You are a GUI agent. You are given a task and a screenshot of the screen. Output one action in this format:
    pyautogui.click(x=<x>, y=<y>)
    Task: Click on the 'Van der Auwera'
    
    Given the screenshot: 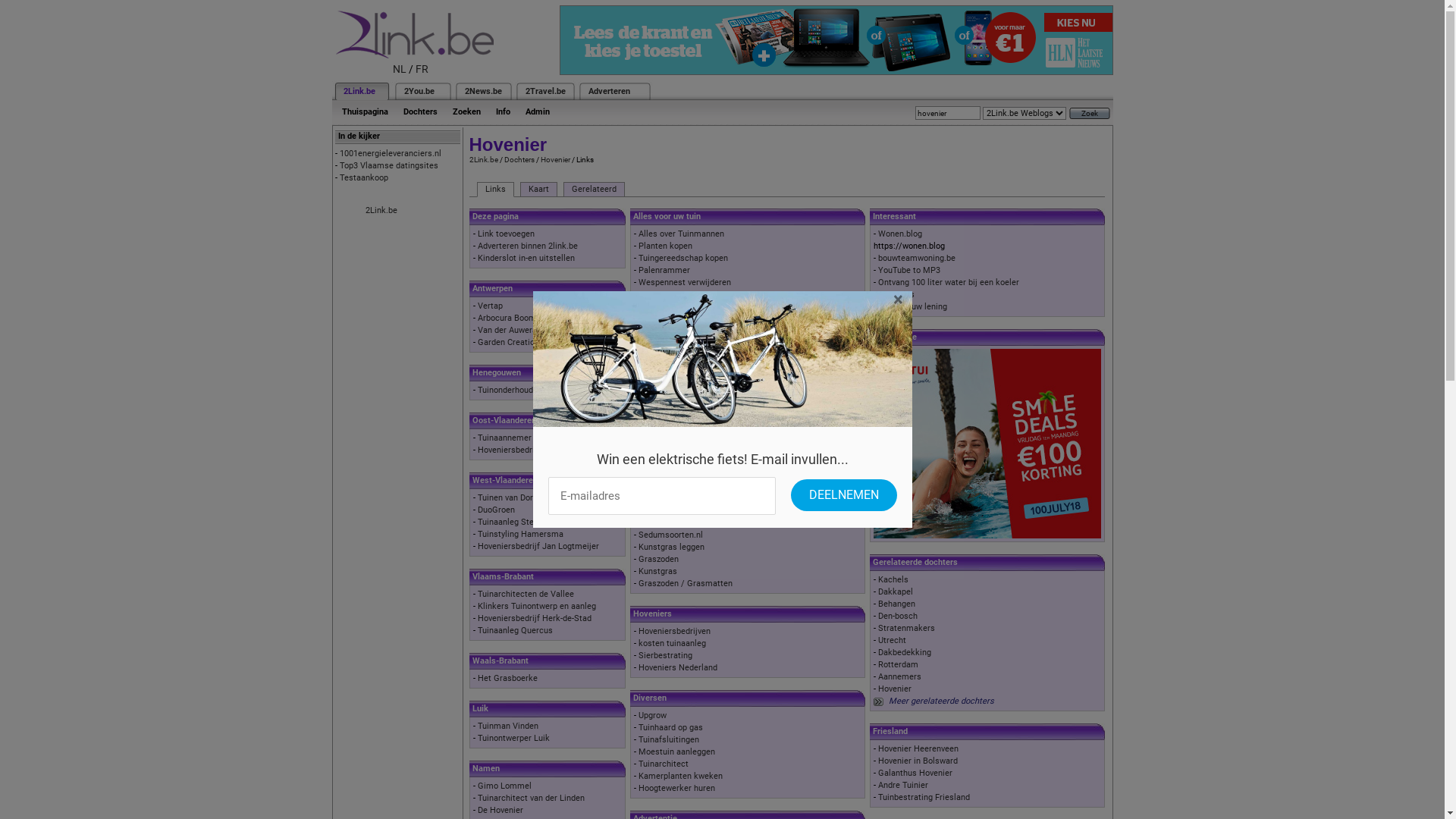 What is the action you would take?
    pyautogui.click(x=507, y=329)
    